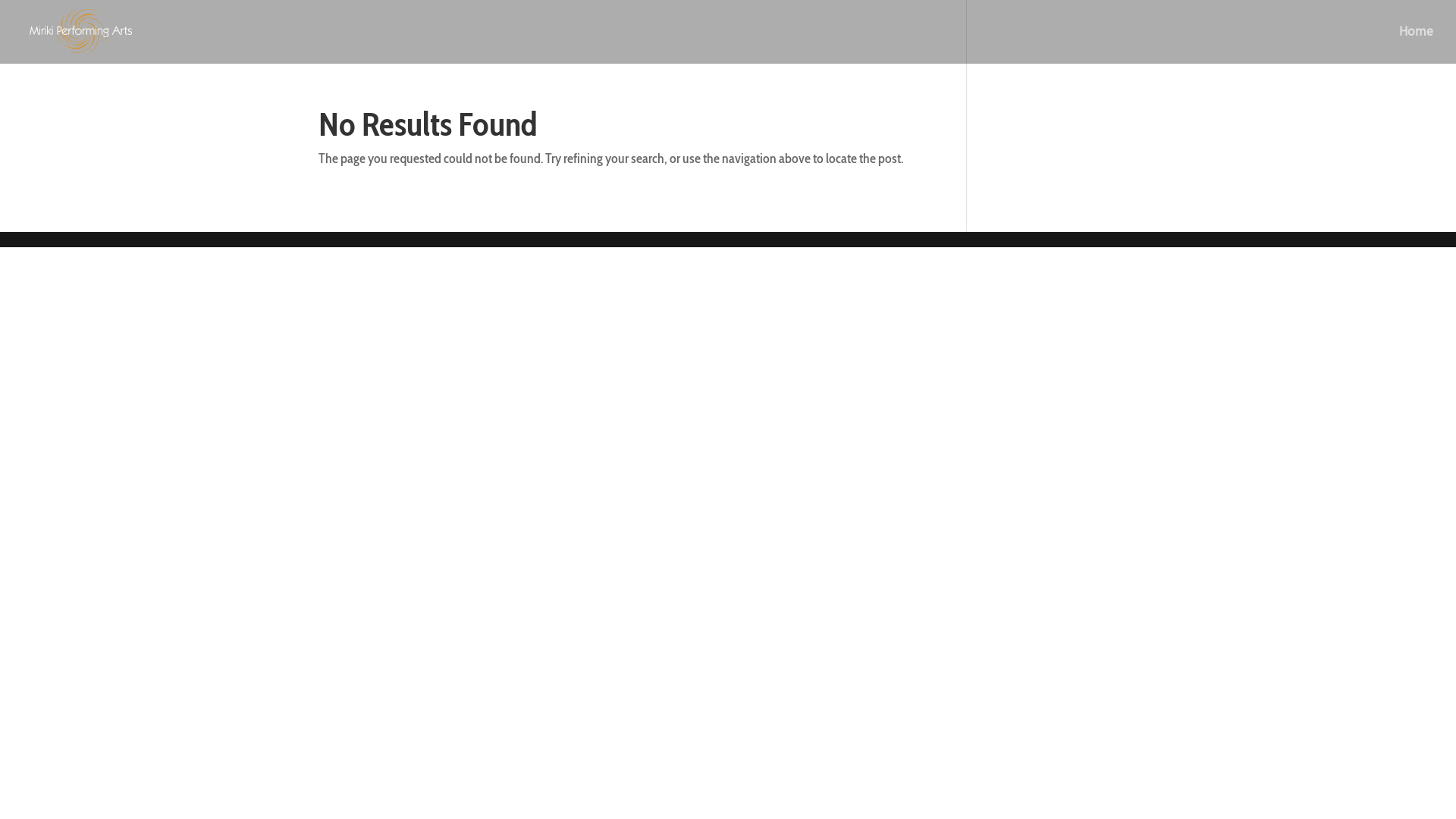 The width and height of the screenshot is (1456, 819). What do you see at coordinates (1415, 44) in the screenshot?
I see `'Home'` at bounding box center [1415, 44].